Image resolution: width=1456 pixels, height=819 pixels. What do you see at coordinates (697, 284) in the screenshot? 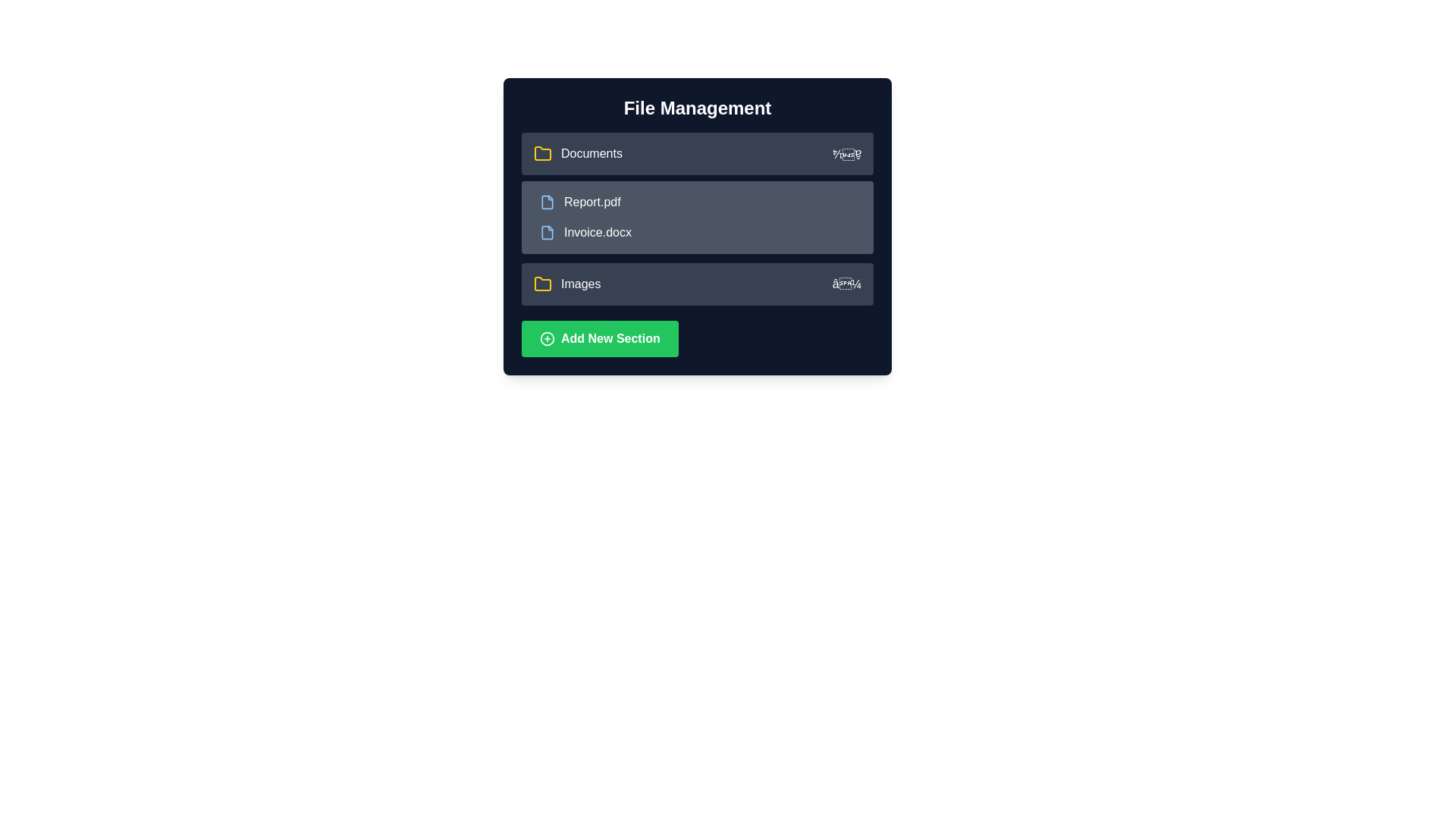
I see `the dropdown menu item for the 'Images' folder located in the third vertical slot of the file management panel` at bounding box center [697, 284].